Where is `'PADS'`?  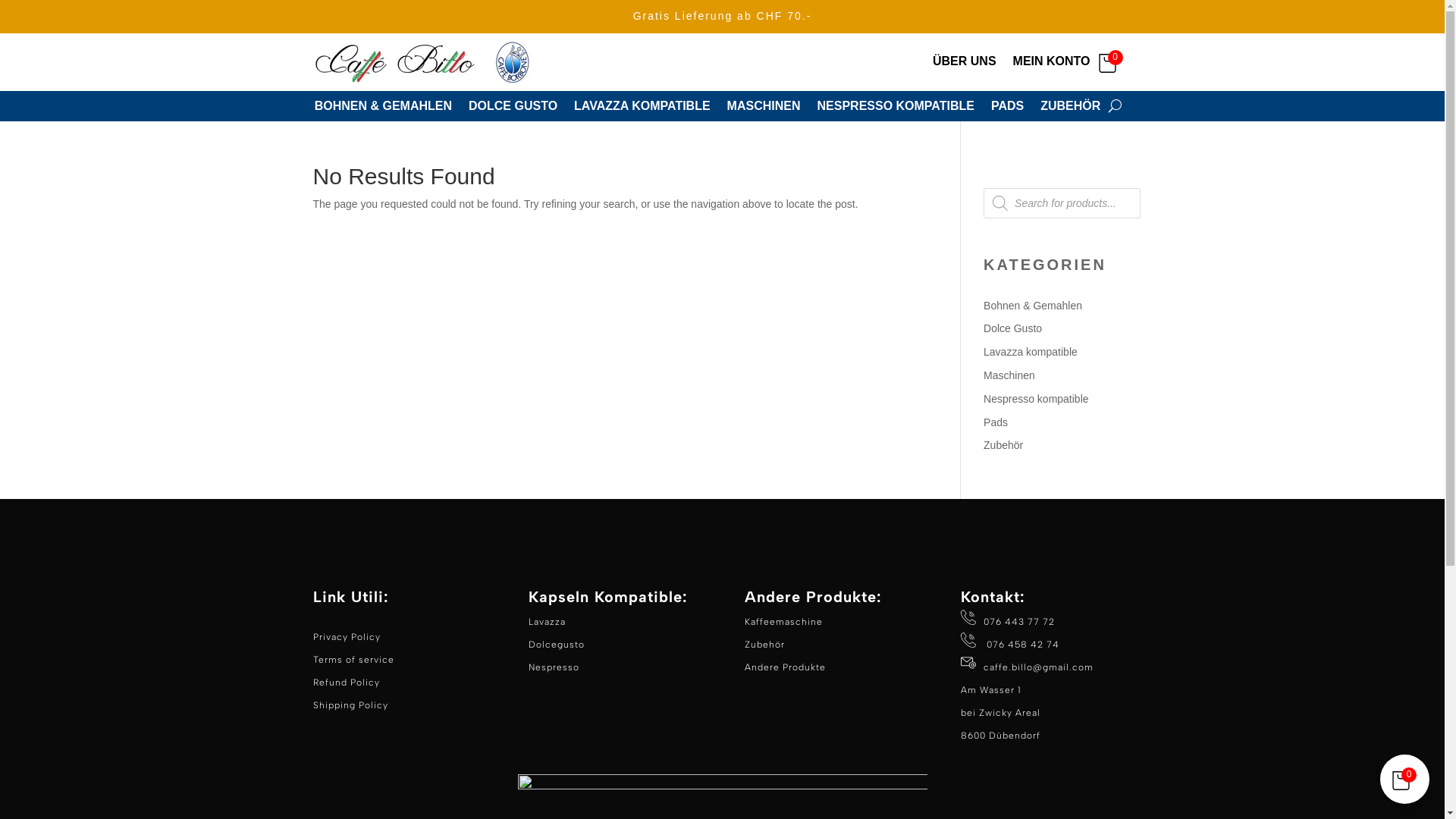
'PADS' is located at coordinates (1007, 108).